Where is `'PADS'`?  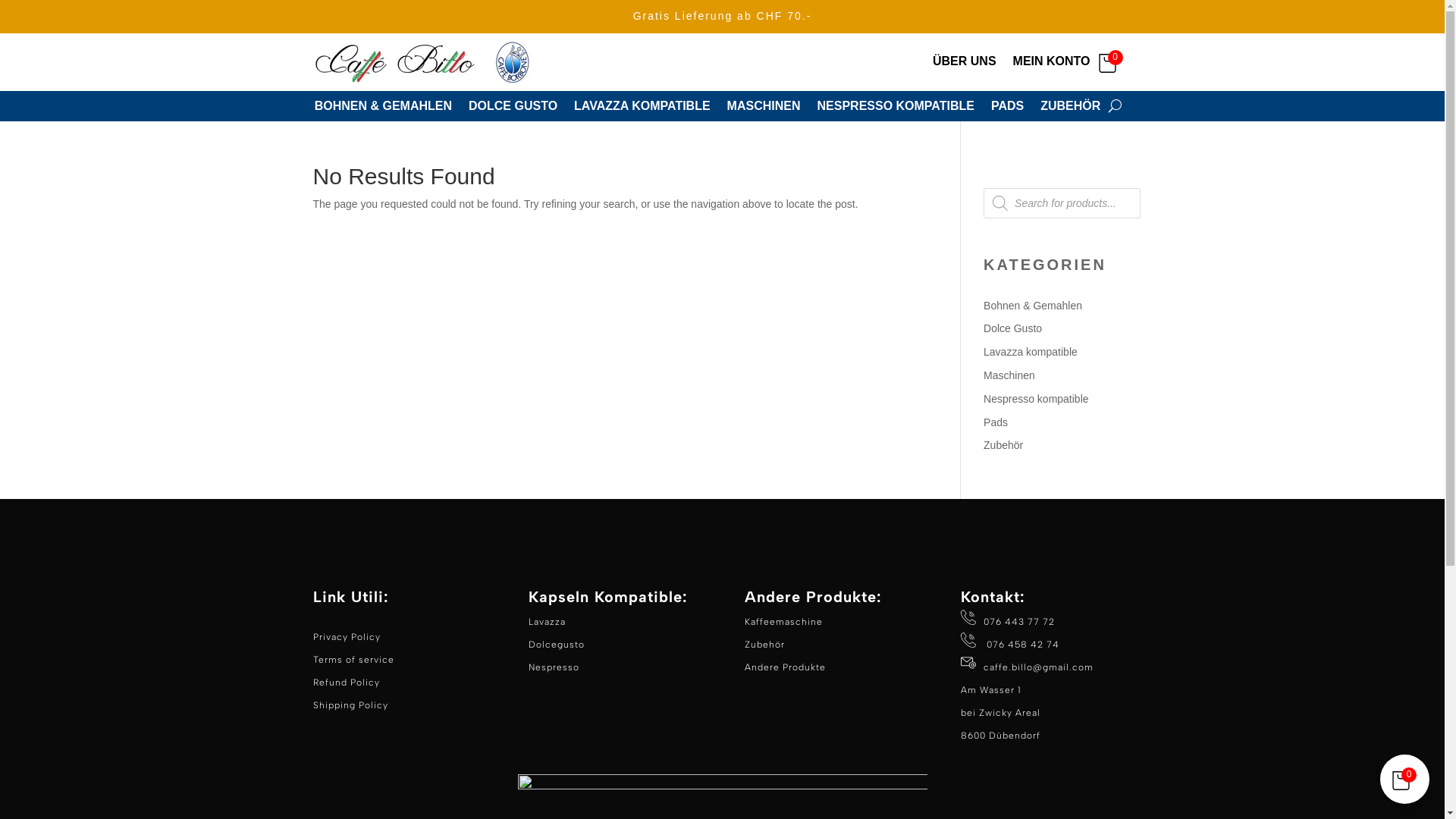
'PADS' is located at coordinates (1007, 108).